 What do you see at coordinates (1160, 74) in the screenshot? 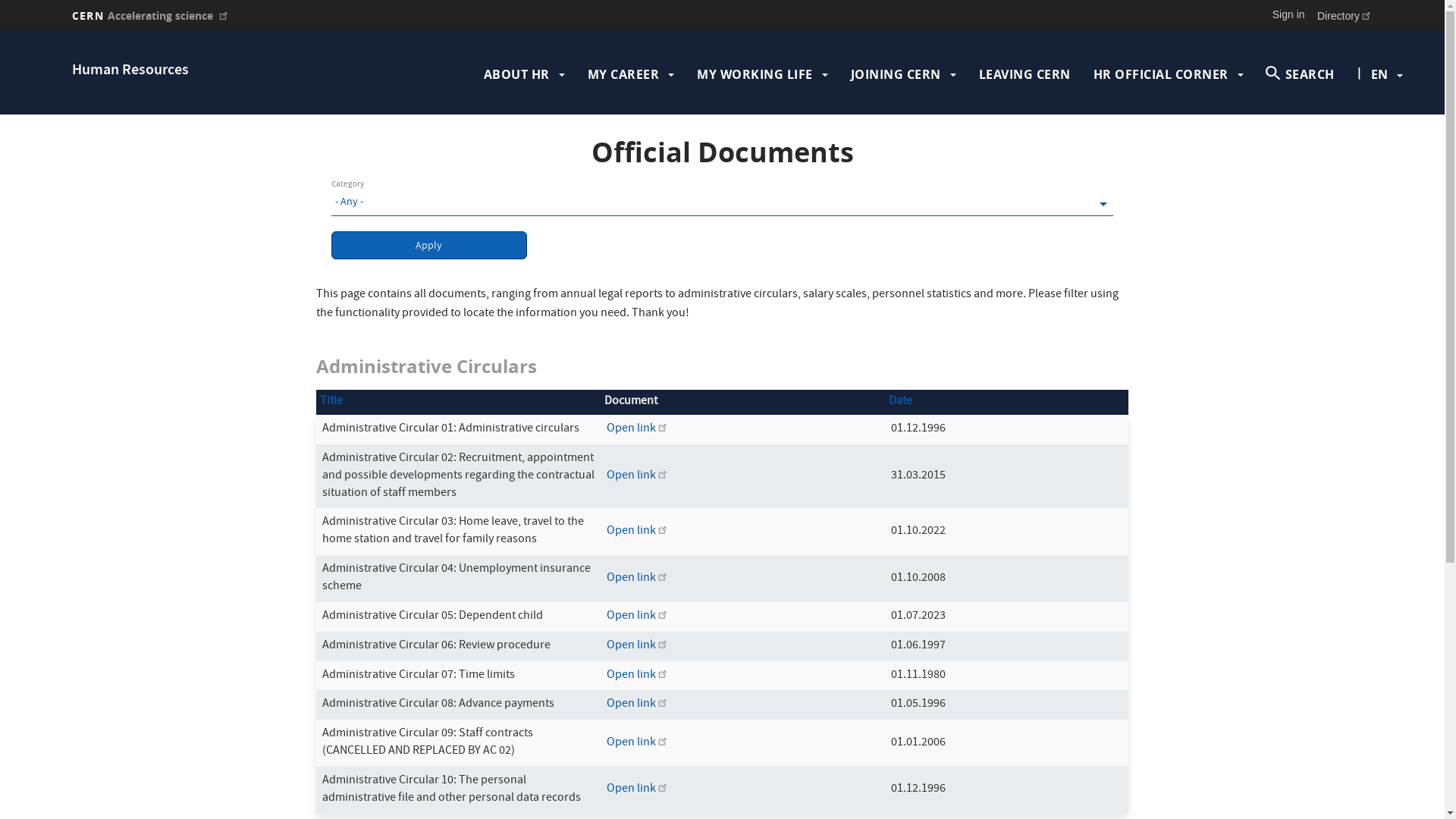
I see `'HR OFFICIAL CORNER'` at bounding box center [1160, 74].